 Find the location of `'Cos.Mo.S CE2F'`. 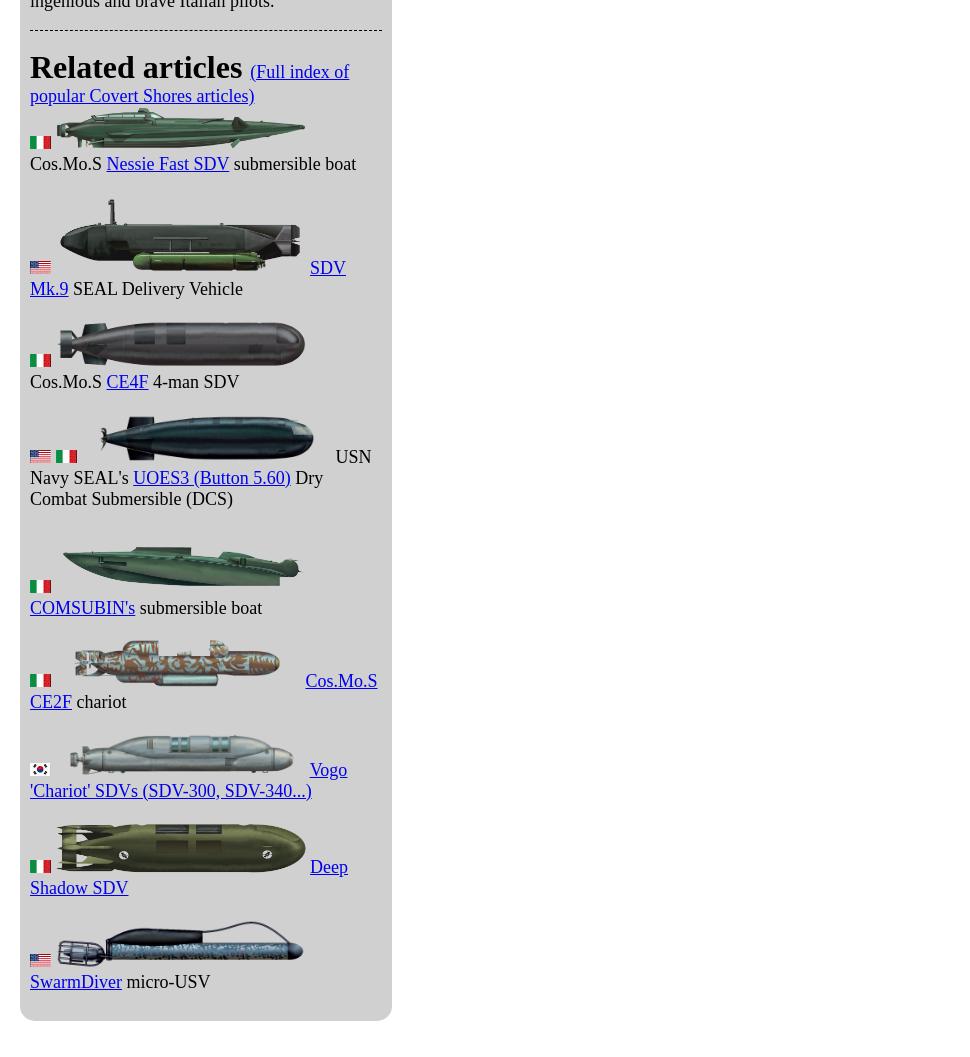

'Cos.Mo.S CE2F' is located at coordinates (203, 689).